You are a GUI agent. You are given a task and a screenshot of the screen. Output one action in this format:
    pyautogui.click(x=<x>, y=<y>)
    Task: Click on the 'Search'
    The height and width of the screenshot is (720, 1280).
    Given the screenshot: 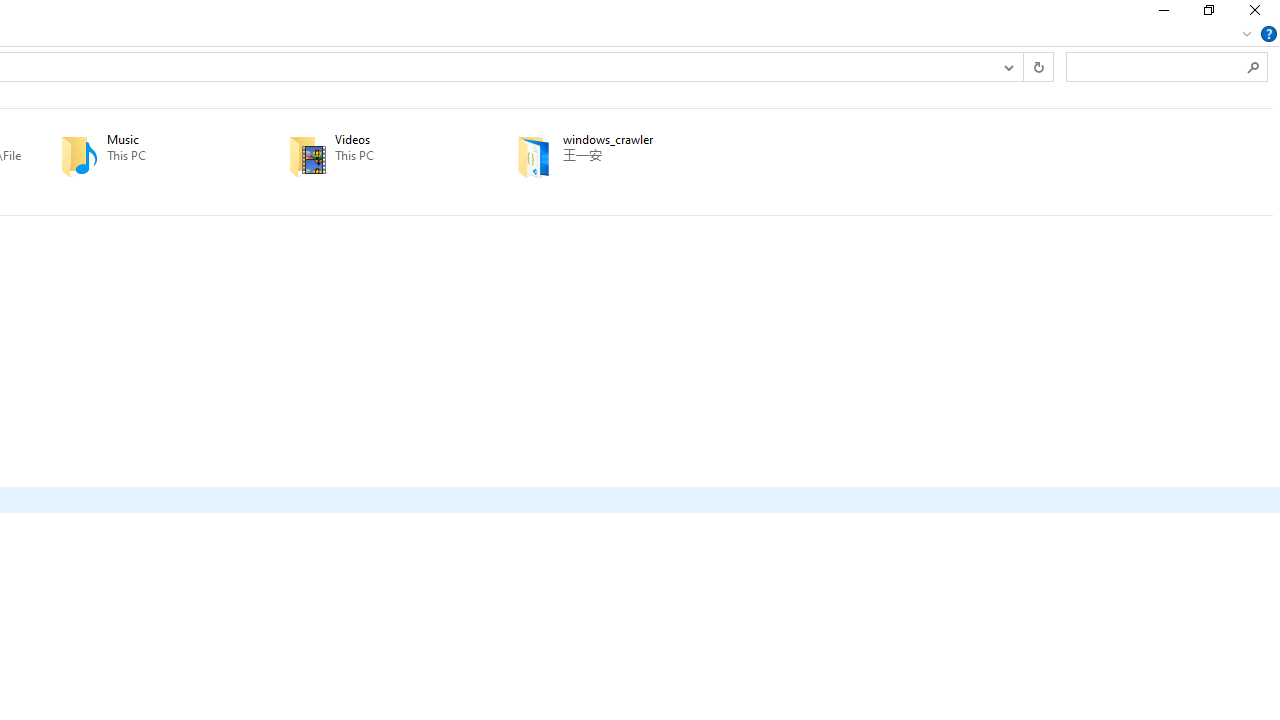 What is the action you would take?
    pyautogui.click(x=1252, y=65)
    